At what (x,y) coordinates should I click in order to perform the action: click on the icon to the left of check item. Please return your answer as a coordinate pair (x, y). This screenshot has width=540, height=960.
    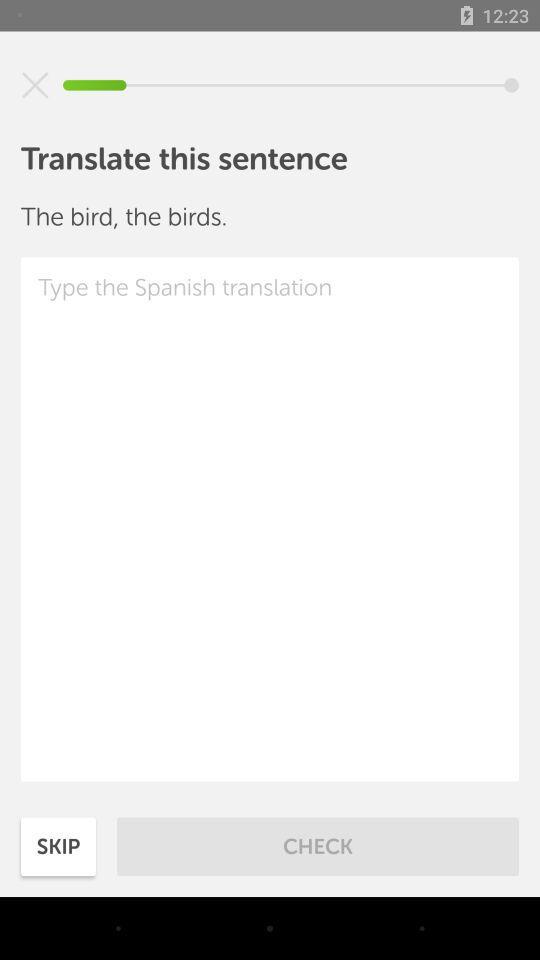
    Looking at the image, I should click on (58, 845).